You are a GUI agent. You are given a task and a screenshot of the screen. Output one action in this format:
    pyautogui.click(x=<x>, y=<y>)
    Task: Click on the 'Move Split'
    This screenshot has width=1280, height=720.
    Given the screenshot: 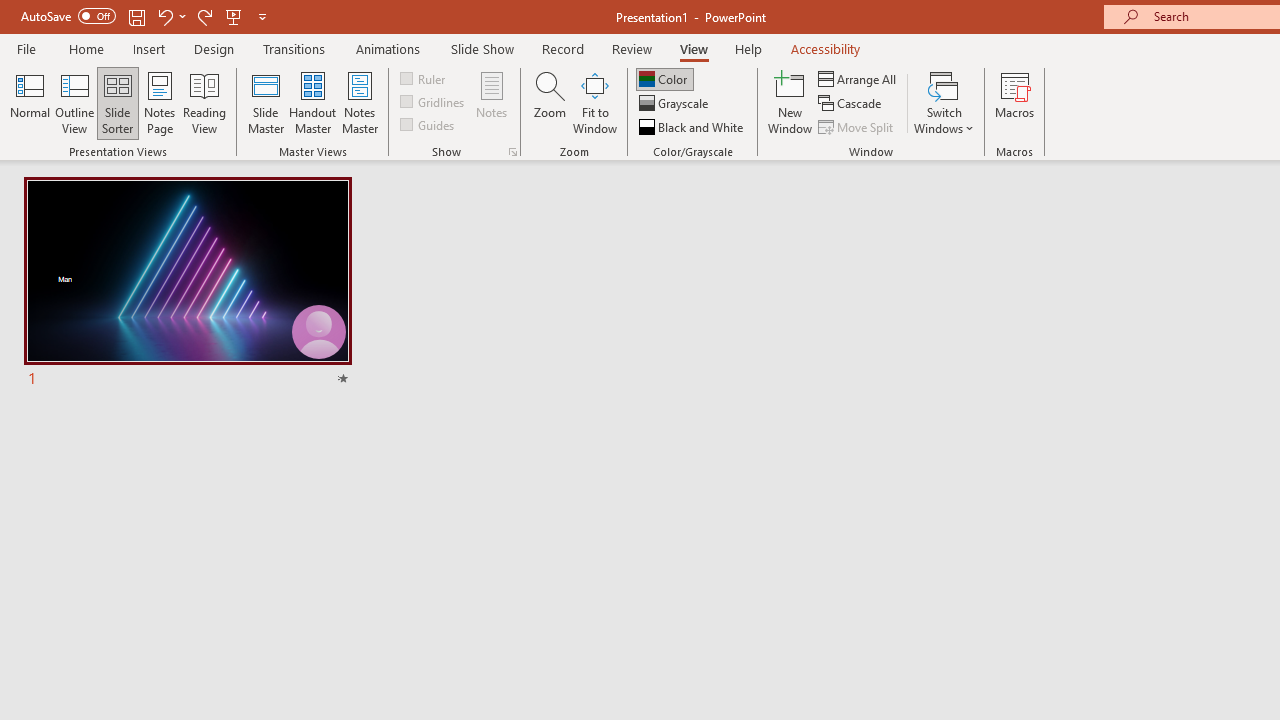 What is the action you would take?
    pyautogui.click(x=857, y=127)
    